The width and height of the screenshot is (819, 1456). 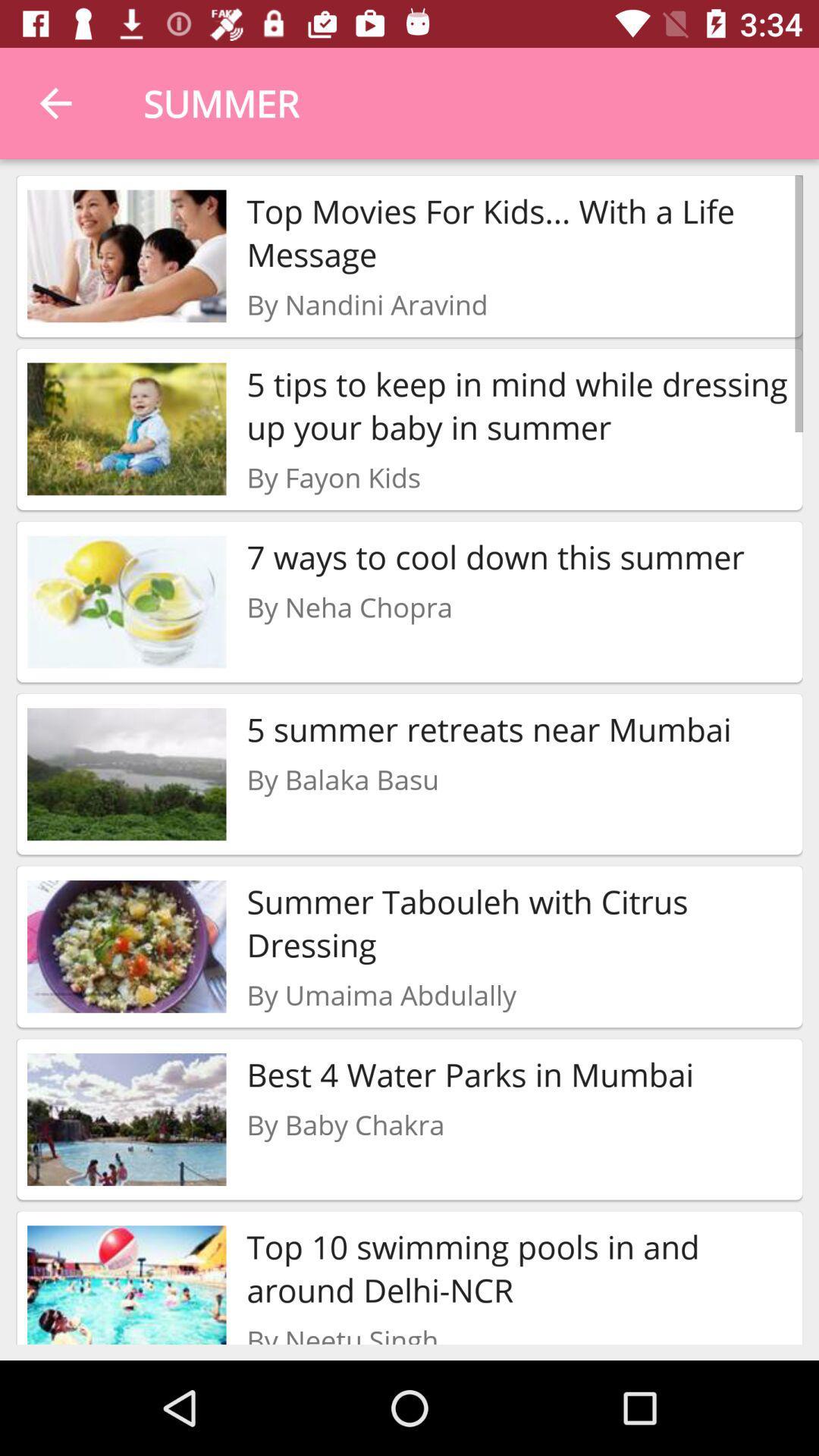 I want to click on the by balaka basu item, so click(x=343, y=779).